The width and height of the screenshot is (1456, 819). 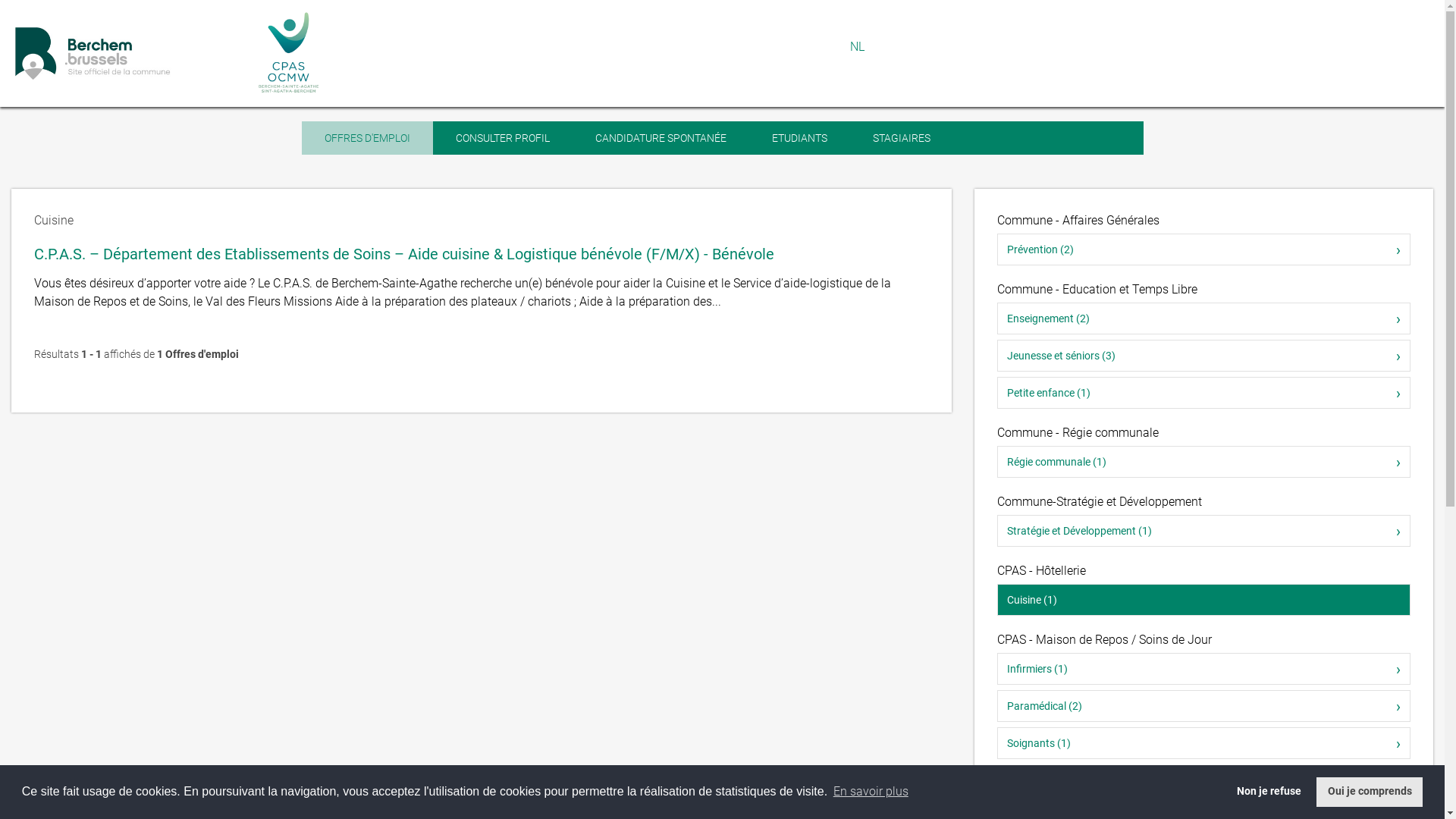 What do you see at coordinates (196, 353) in the screenshot?
I see `'1 Offres d'emploi'` at bounding box center [196, 353].